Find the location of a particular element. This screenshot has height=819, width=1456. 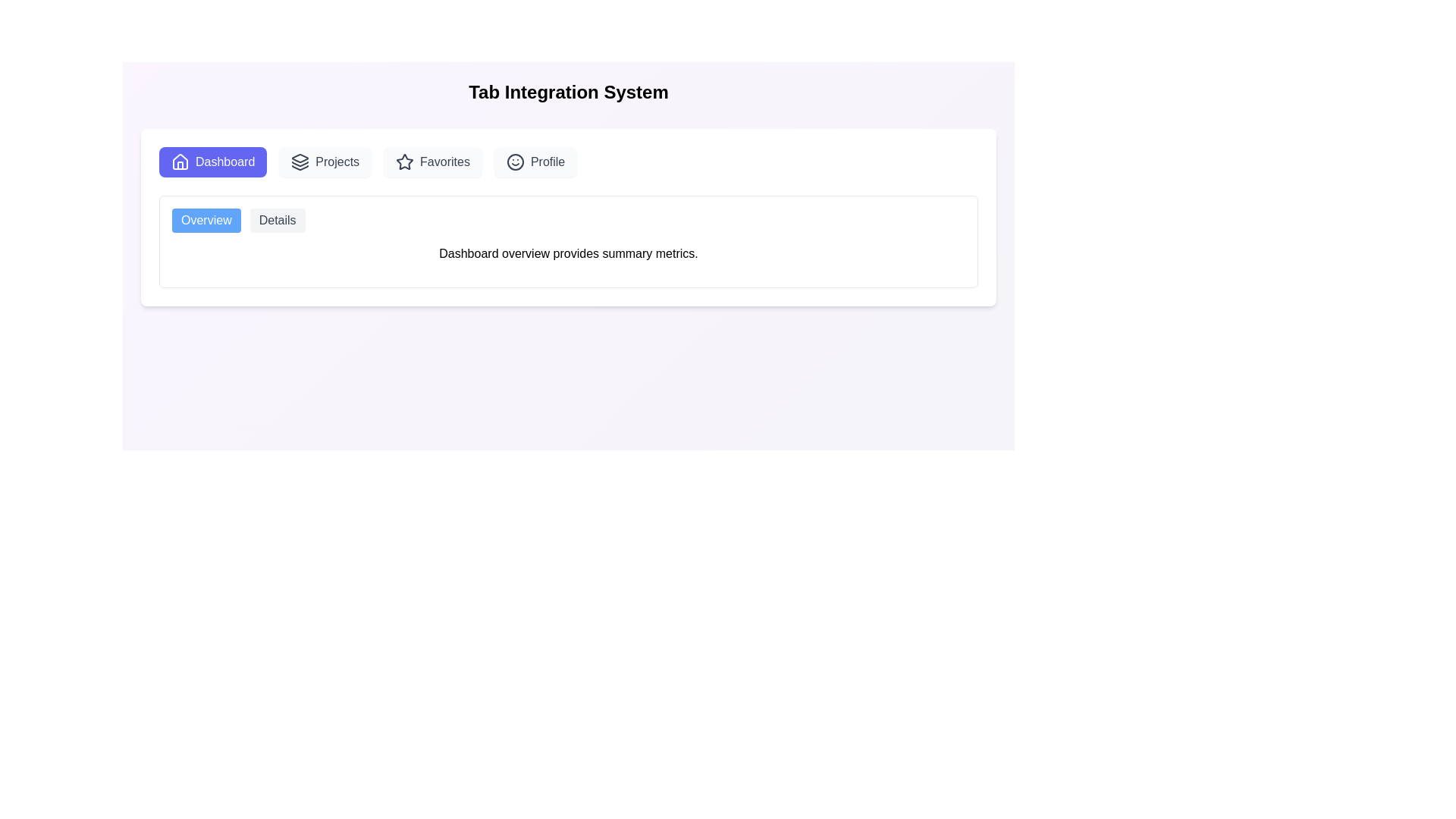

the text element that contains 'Dashboard overview provides summary metrics.' positioned below the 'Overview' and 'Details' tabs is located at coordinates (567, 253).